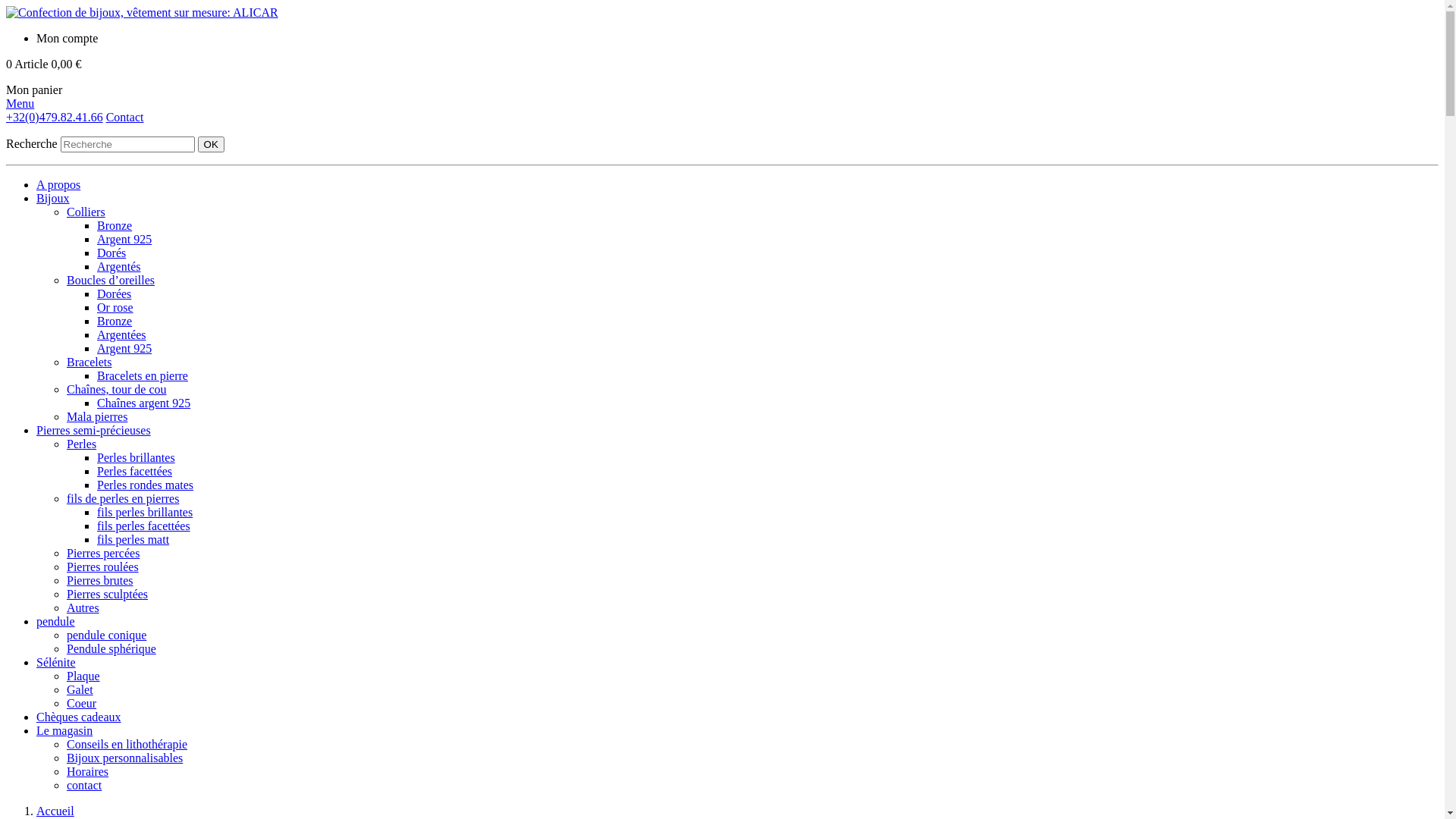  What do you see at coordinates (145, 512) in the screenshot?
I see `'fils perles brillantes'` at bounding box center [145, 512].